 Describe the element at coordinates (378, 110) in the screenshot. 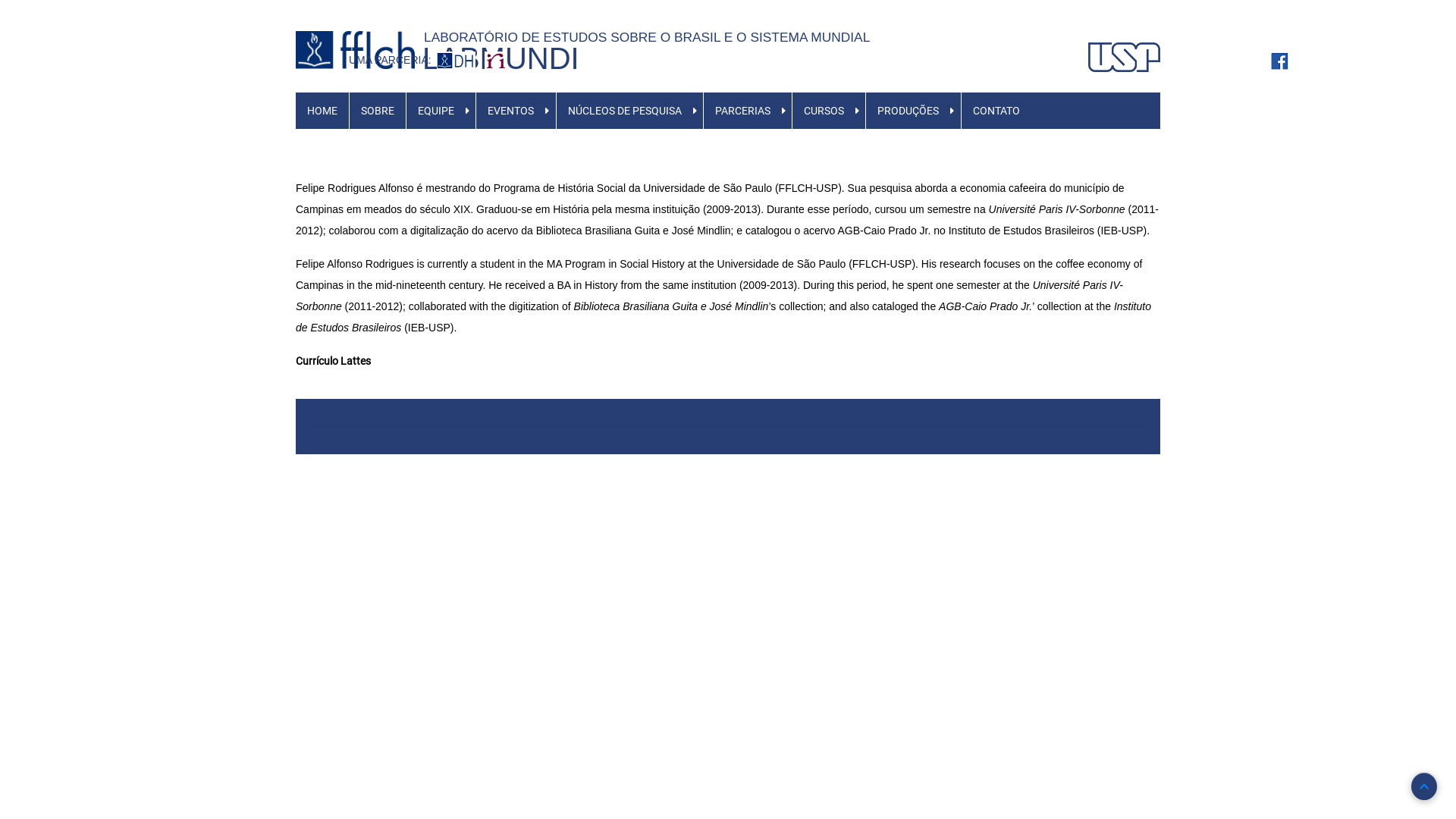

I see `'SOBRE'` at that location.